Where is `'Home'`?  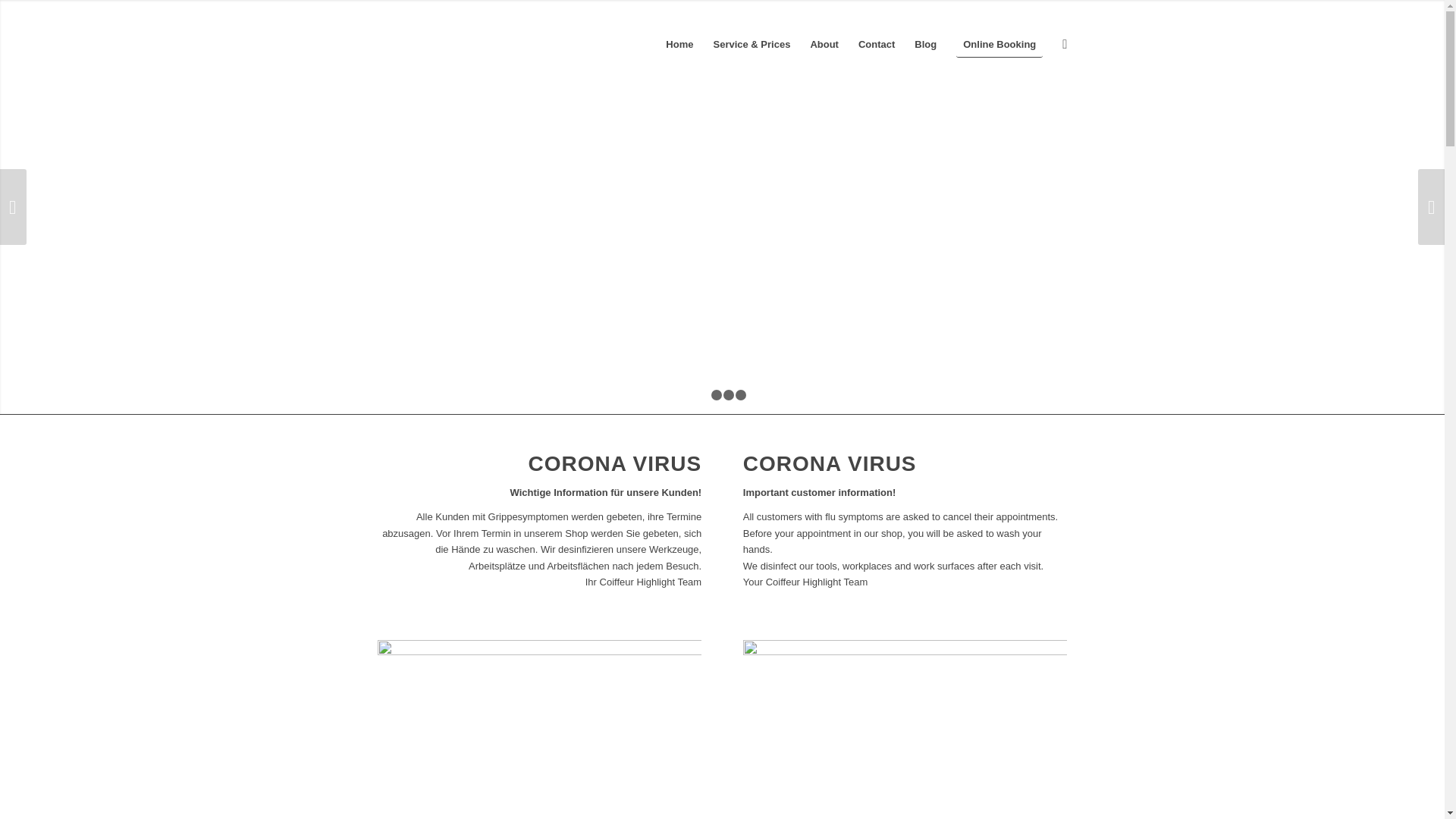
'Home' is located at coordinates (679, 43).